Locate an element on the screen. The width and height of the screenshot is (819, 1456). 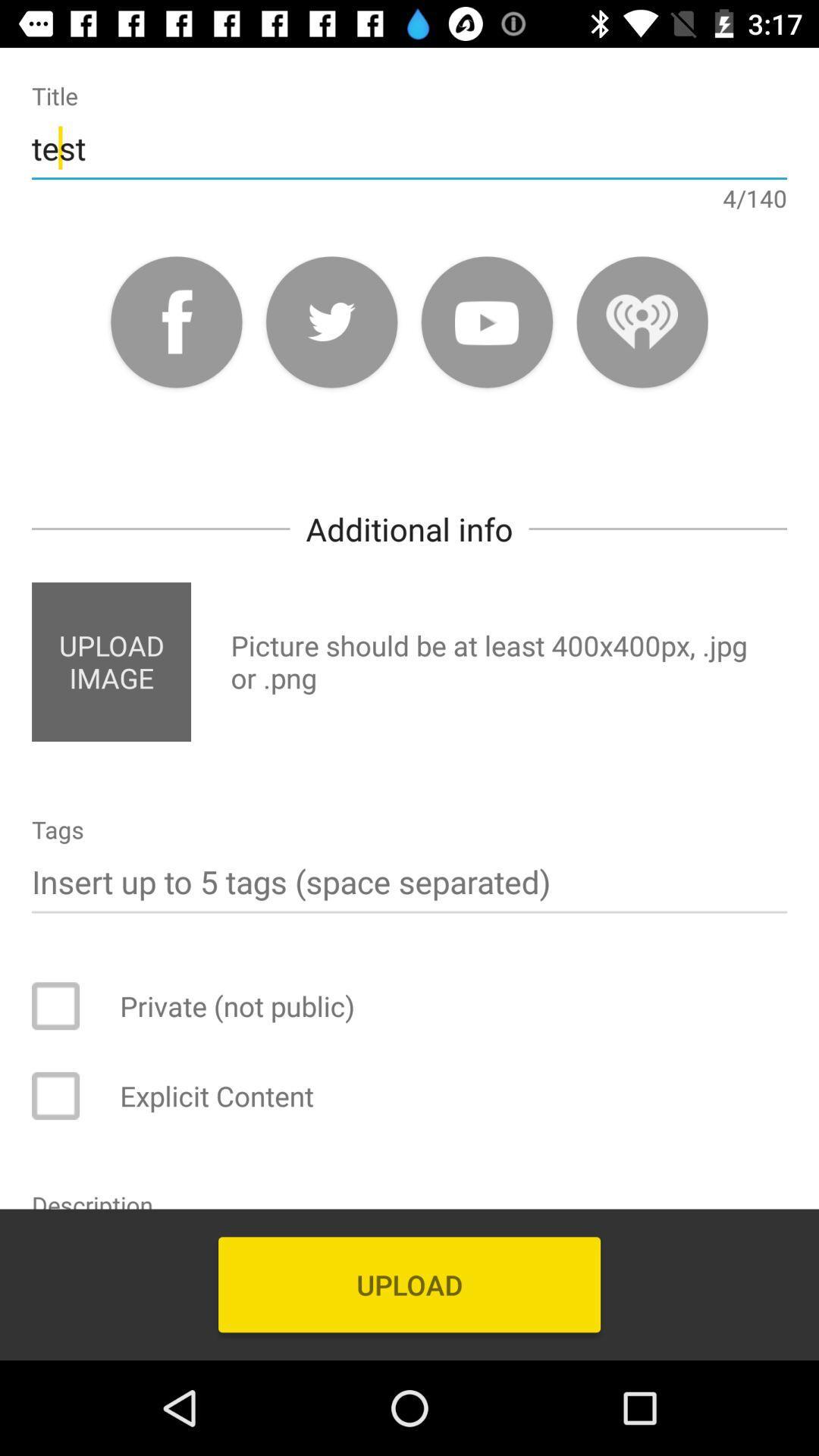
icon below the title is located at coordinates (409, 148).